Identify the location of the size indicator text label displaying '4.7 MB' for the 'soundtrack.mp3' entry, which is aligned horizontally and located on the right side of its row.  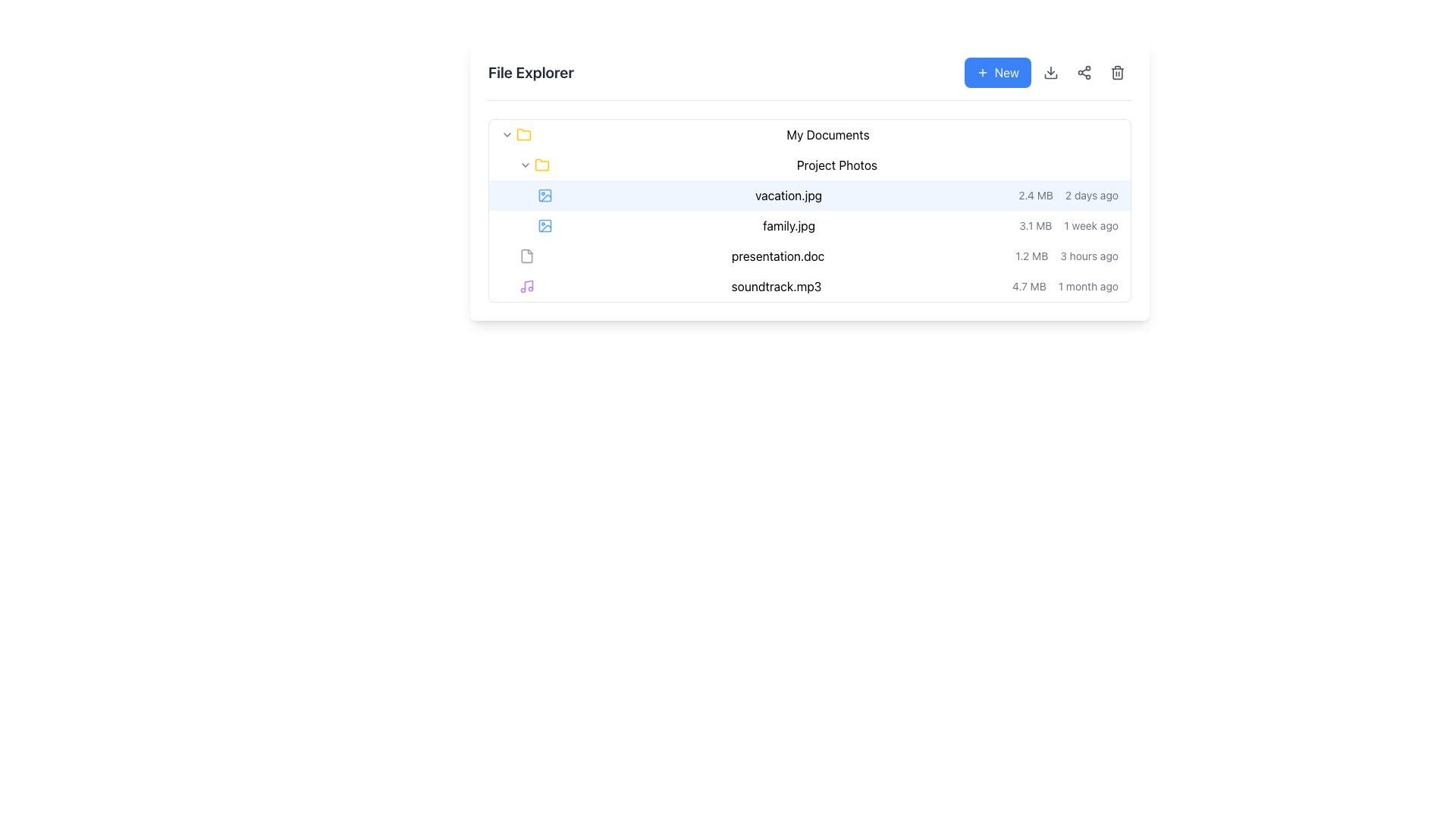
(1029, 287).